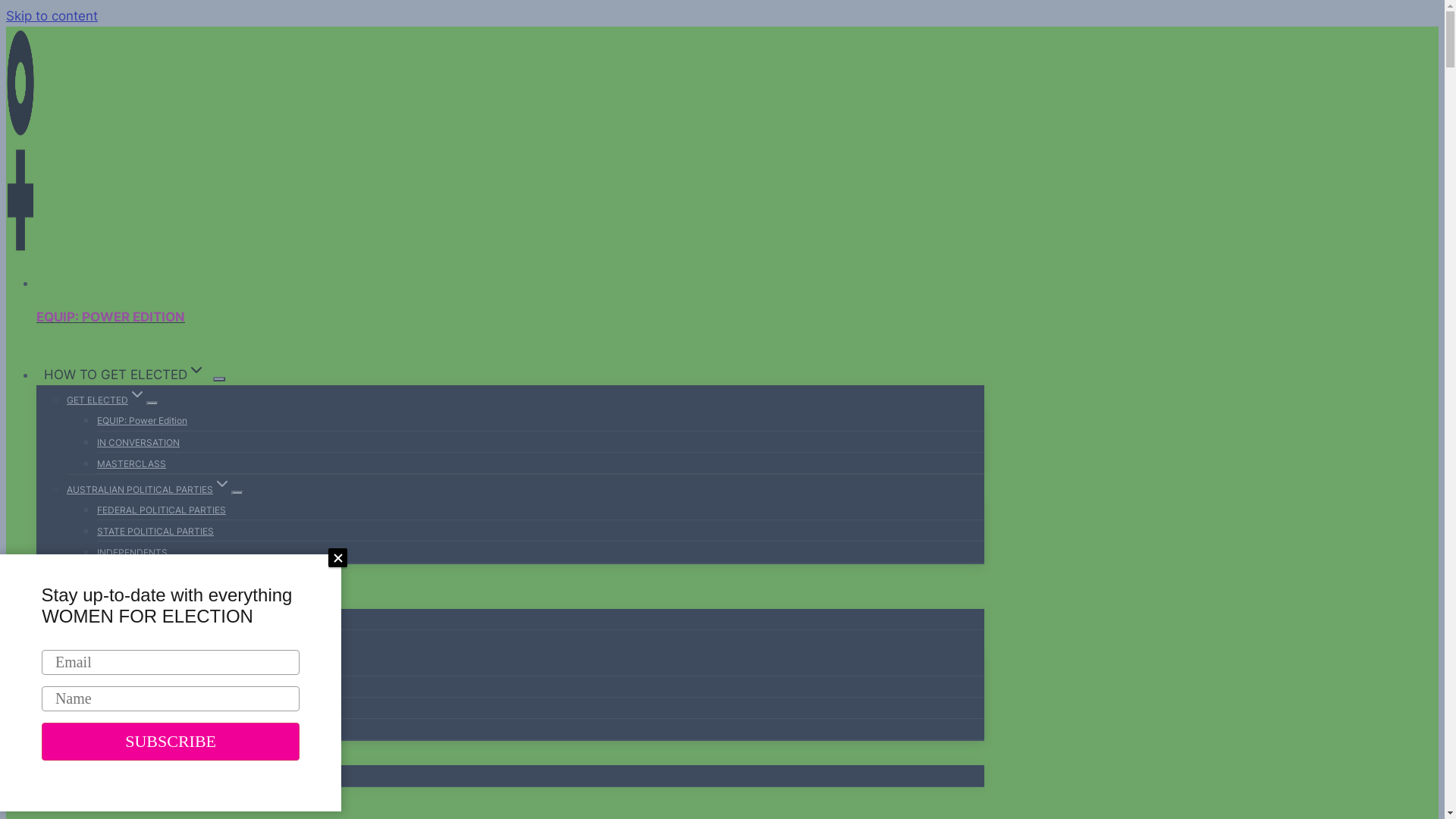 This screenshot has height=819, width=1456. Describe the element at coordinates (68, 573) in the screenshot. I see `'EVENTS'` at that location.